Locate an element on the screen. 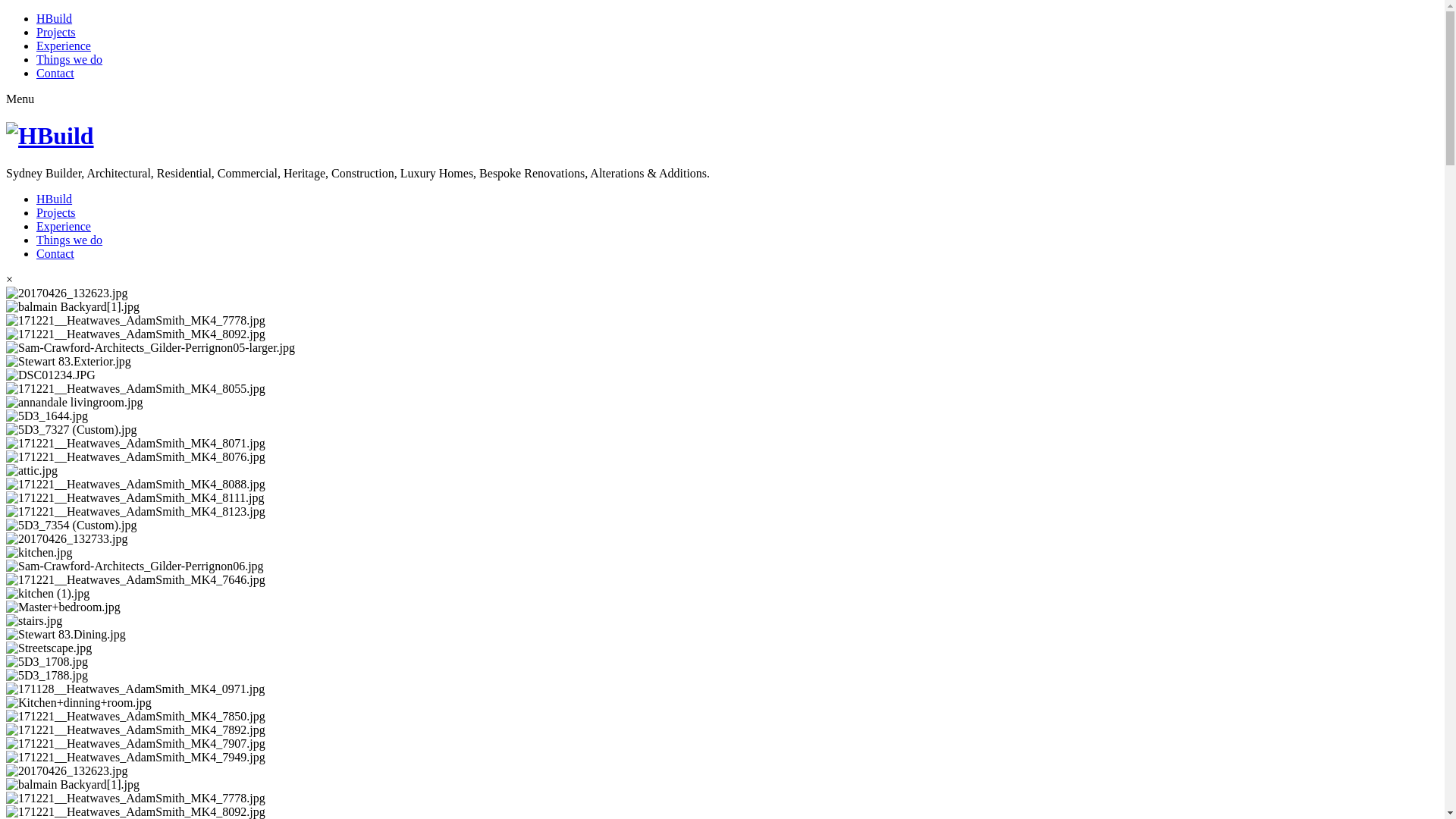  'HBuild' is located at coordinates (54, 198).